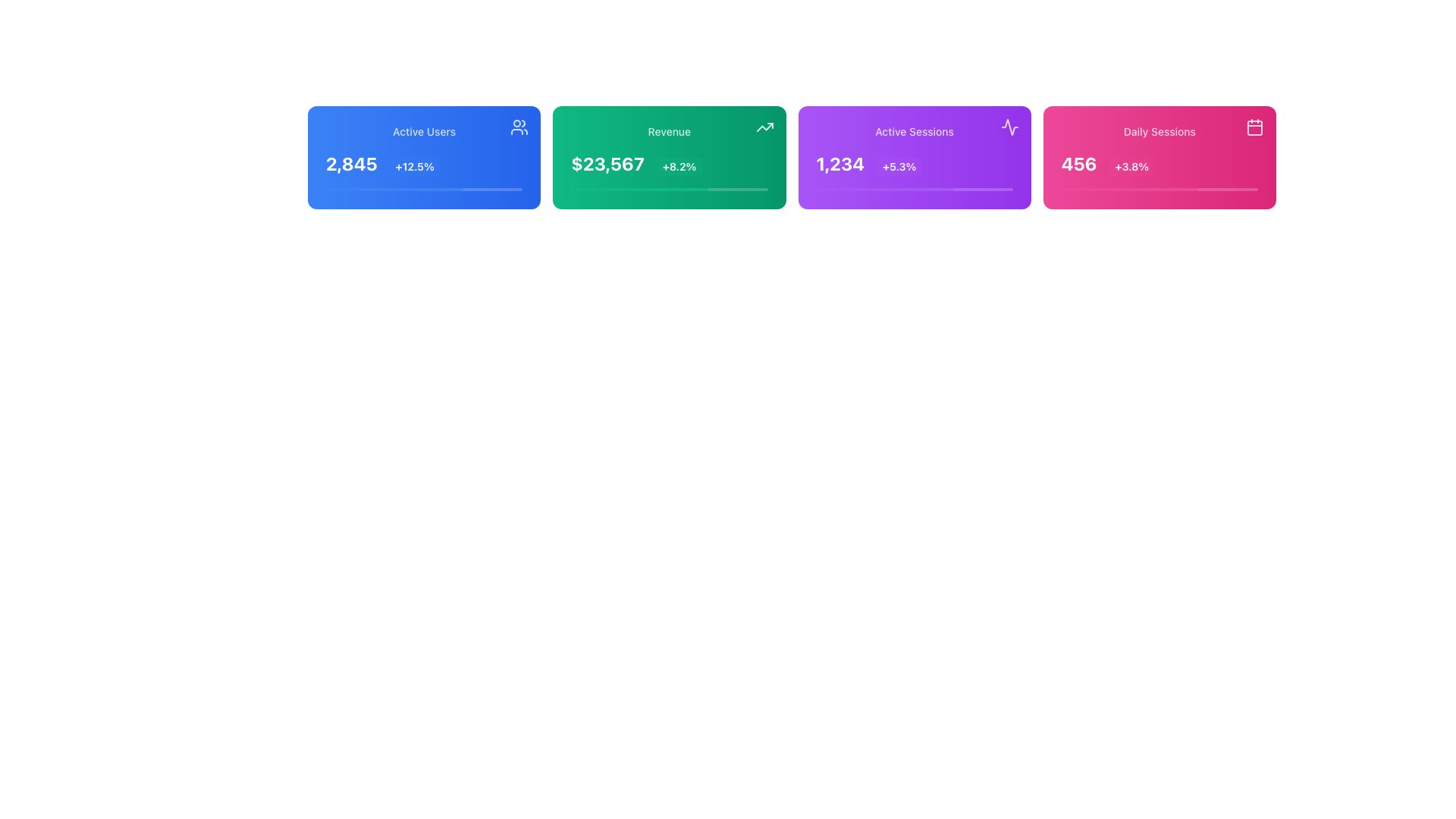 The width and height of the screenshot is (1456, 819). What do you see at coordinates (914, 130) in the screenshot?
I see `the information from the 'Active Sessions' text label` at bounding box center [914, 130].